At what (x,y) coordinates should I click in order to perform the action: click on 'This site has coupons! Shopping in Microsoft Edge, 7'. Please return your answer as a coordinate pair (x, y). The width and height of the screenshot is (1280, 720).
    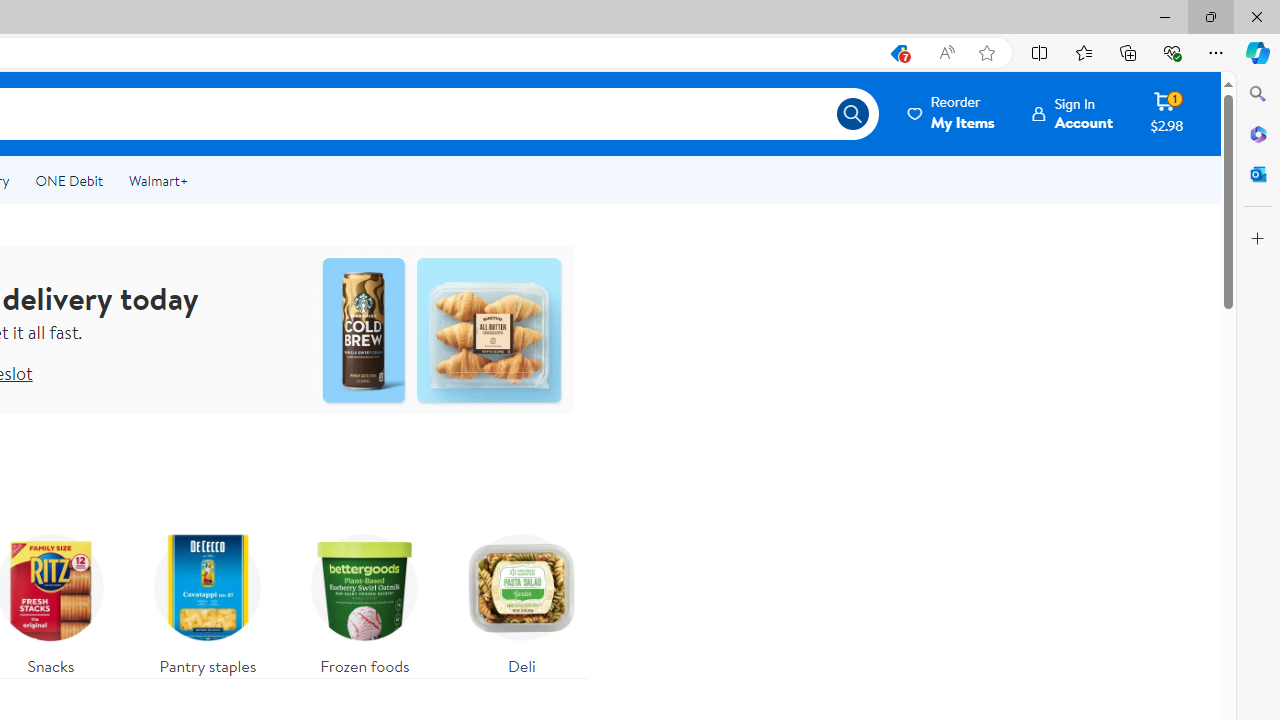
    Looking at the image, I should click on (897, 52).